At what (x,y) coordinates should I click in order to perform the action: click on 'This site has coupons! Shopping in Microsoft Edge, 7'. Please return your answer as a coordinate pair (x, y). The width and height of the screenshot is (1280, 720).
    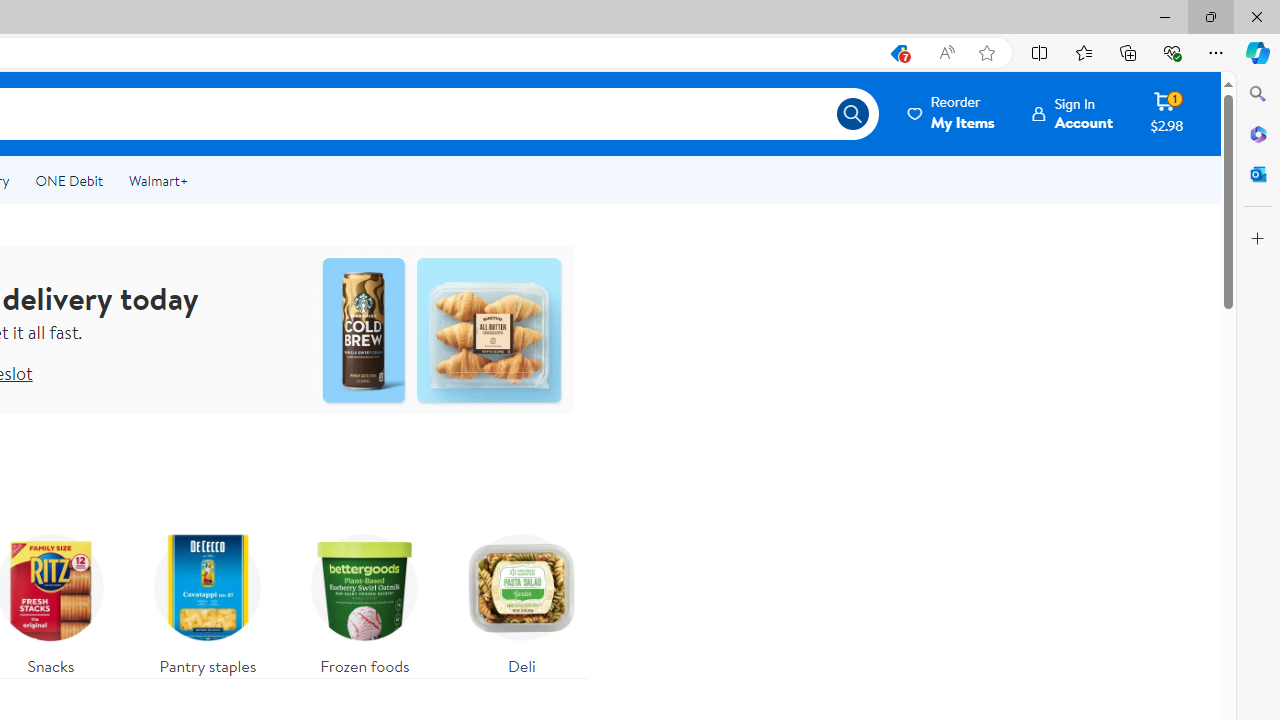
    Looking at the image, I should click on (897, 52).